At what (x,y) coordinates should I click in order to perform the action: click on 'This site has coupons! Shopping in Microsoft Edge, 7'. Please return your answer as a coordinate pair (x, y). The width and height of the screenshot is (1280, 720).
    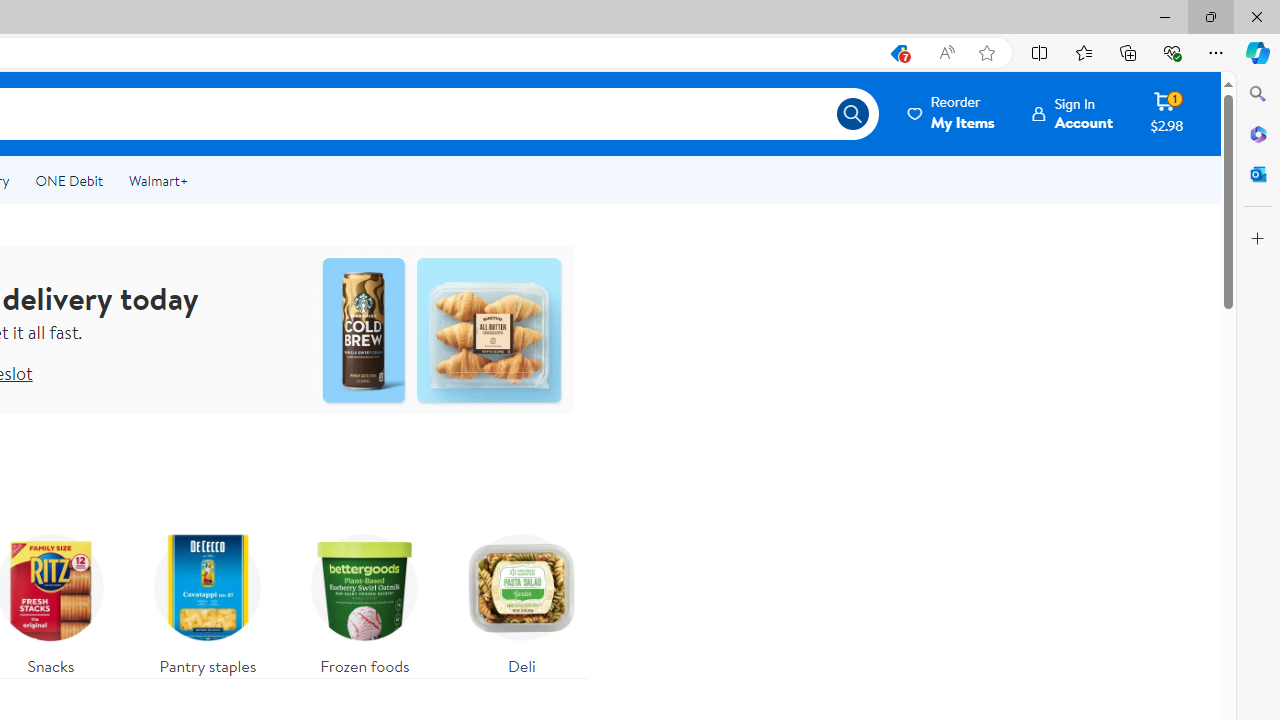
    Looking at the image, I should click on (897, 52).